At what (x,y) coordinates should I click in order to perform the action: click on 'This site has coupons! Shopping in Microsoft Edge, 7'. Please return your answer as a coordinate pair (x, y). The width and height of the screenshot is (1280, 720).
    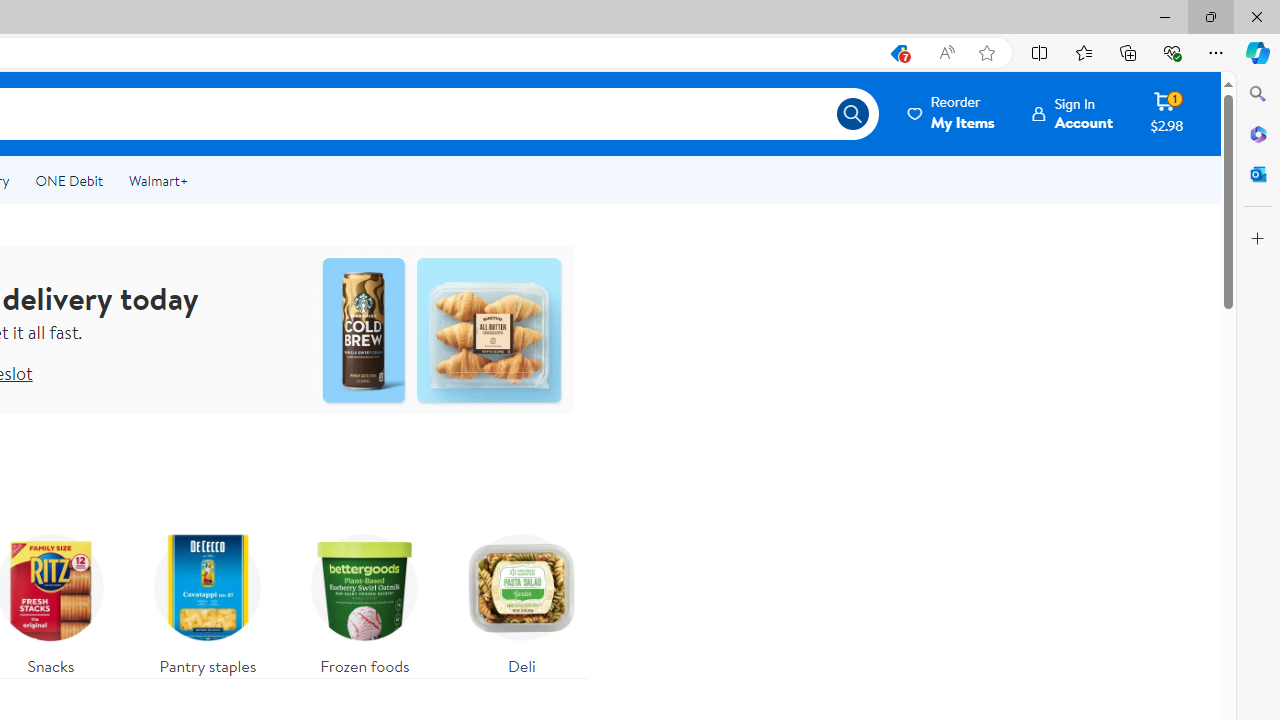
    Looking at the image, I should click on (897, 52).